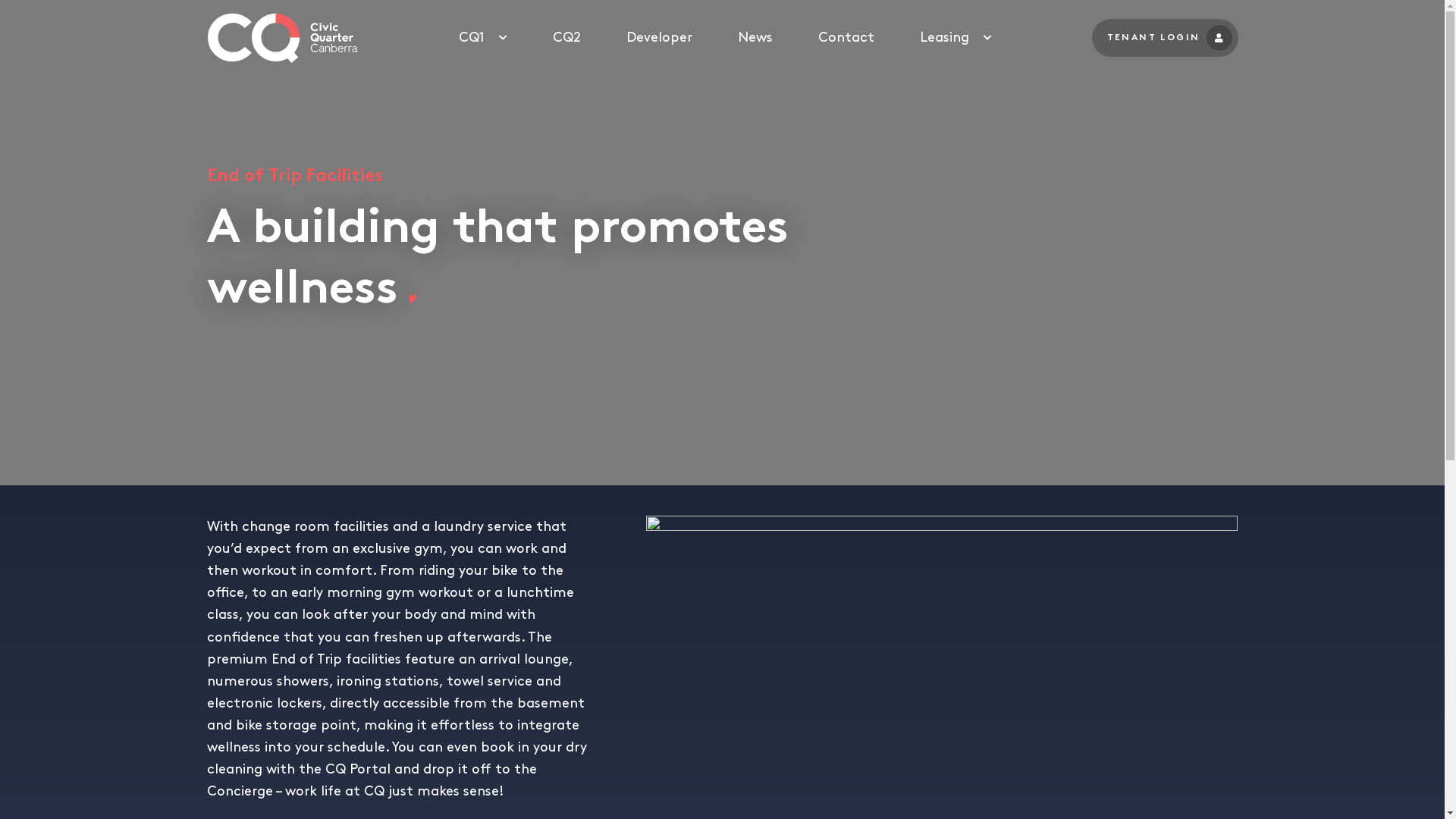  What do you see at coordinates (943, 37) in the screenshot?
I see `'Leasing'` at bounding box center [943, 37].